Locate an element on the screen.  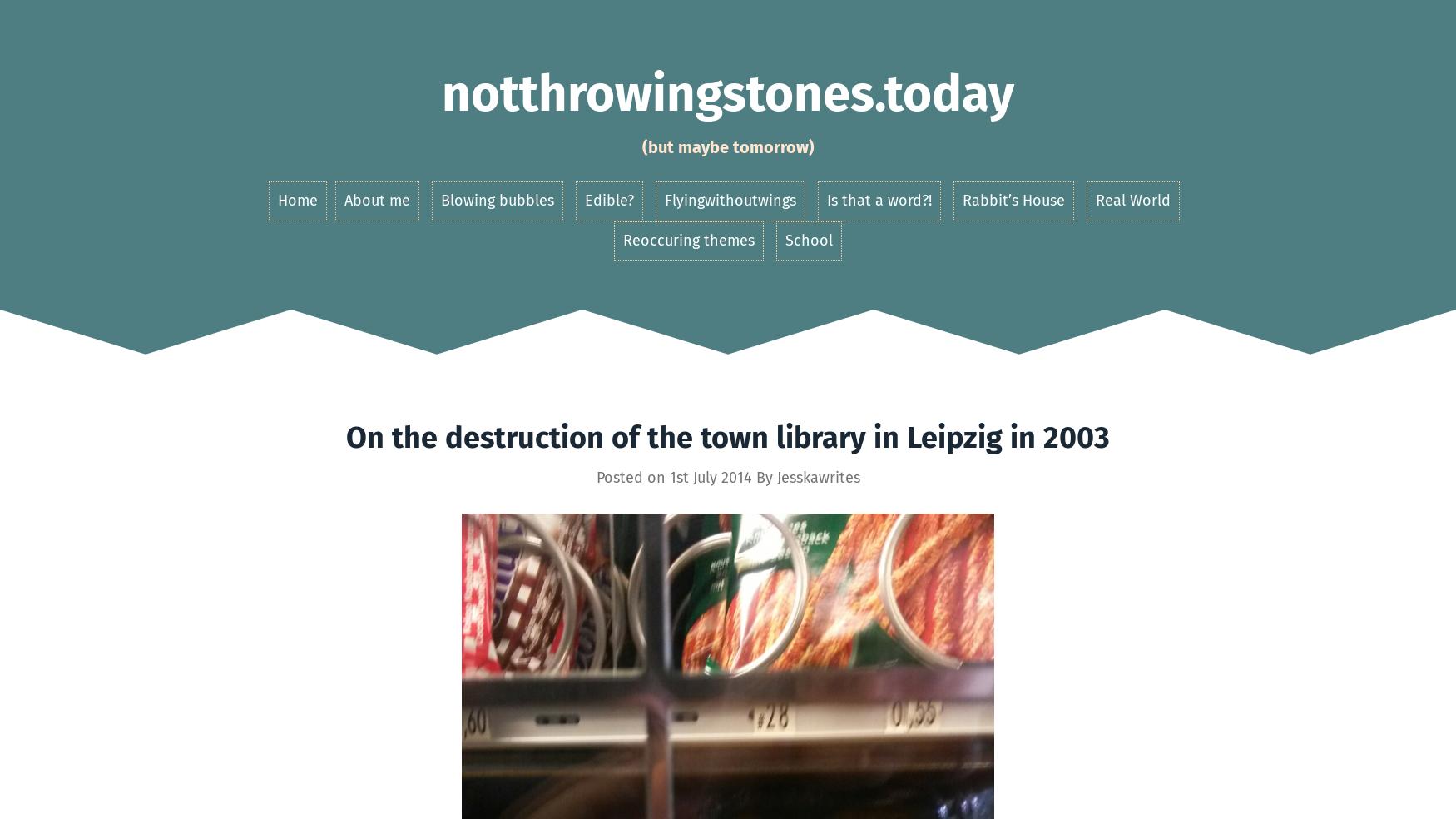
'Edible?' is located at coordinates (608, 200).